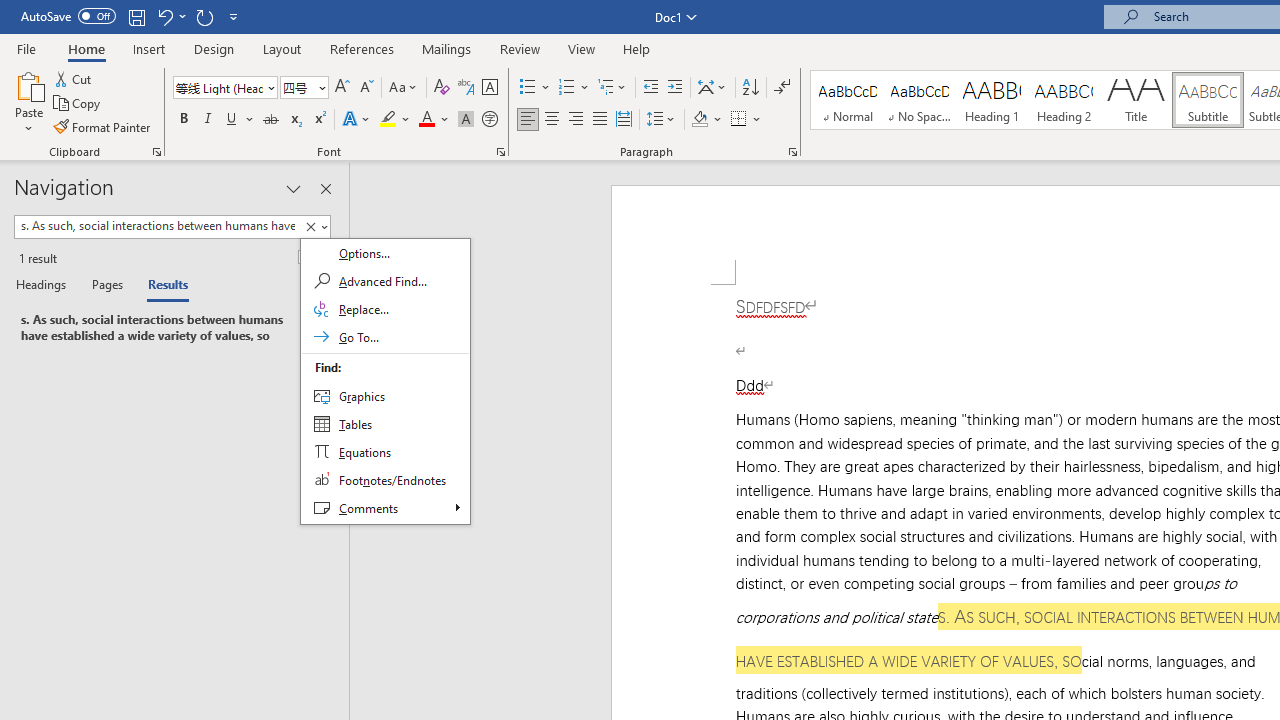  Describe the element at coordinates (598, 119) in the screenshot. I see `'Justify'` at that location.